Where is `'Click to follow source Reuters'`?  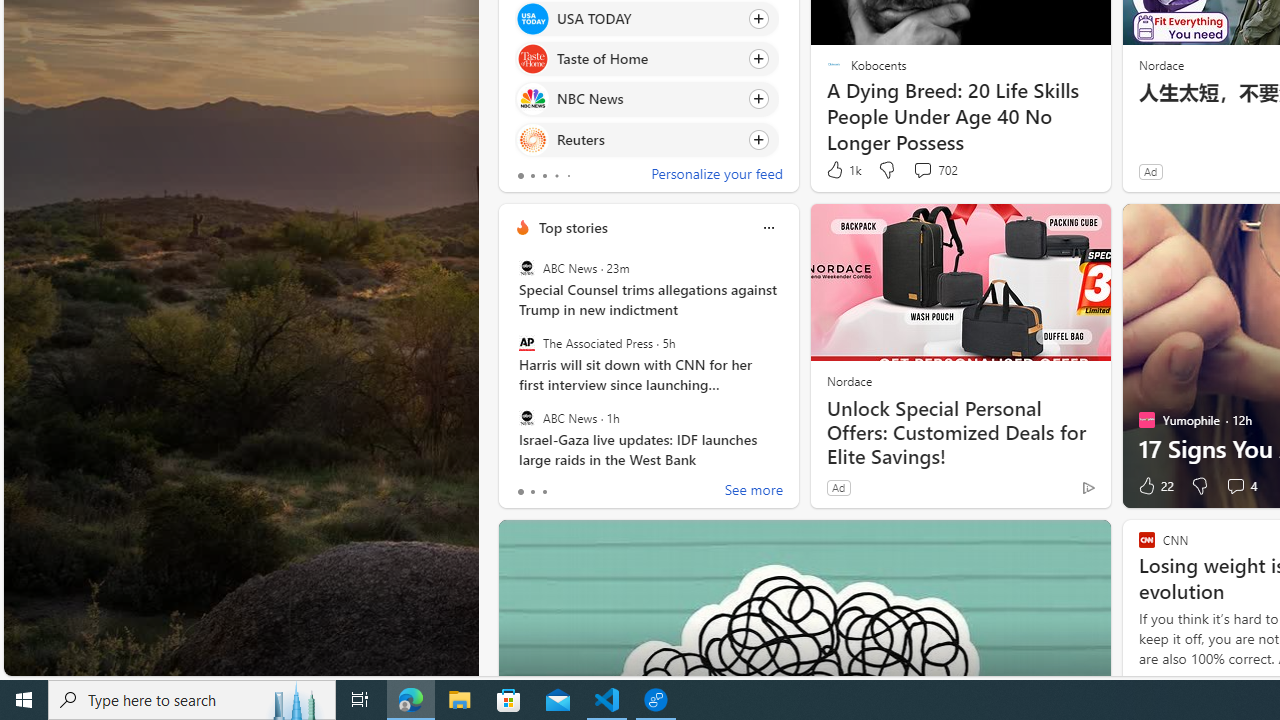 'Click to follow source Reuters' is located at coordinates (647, 138).